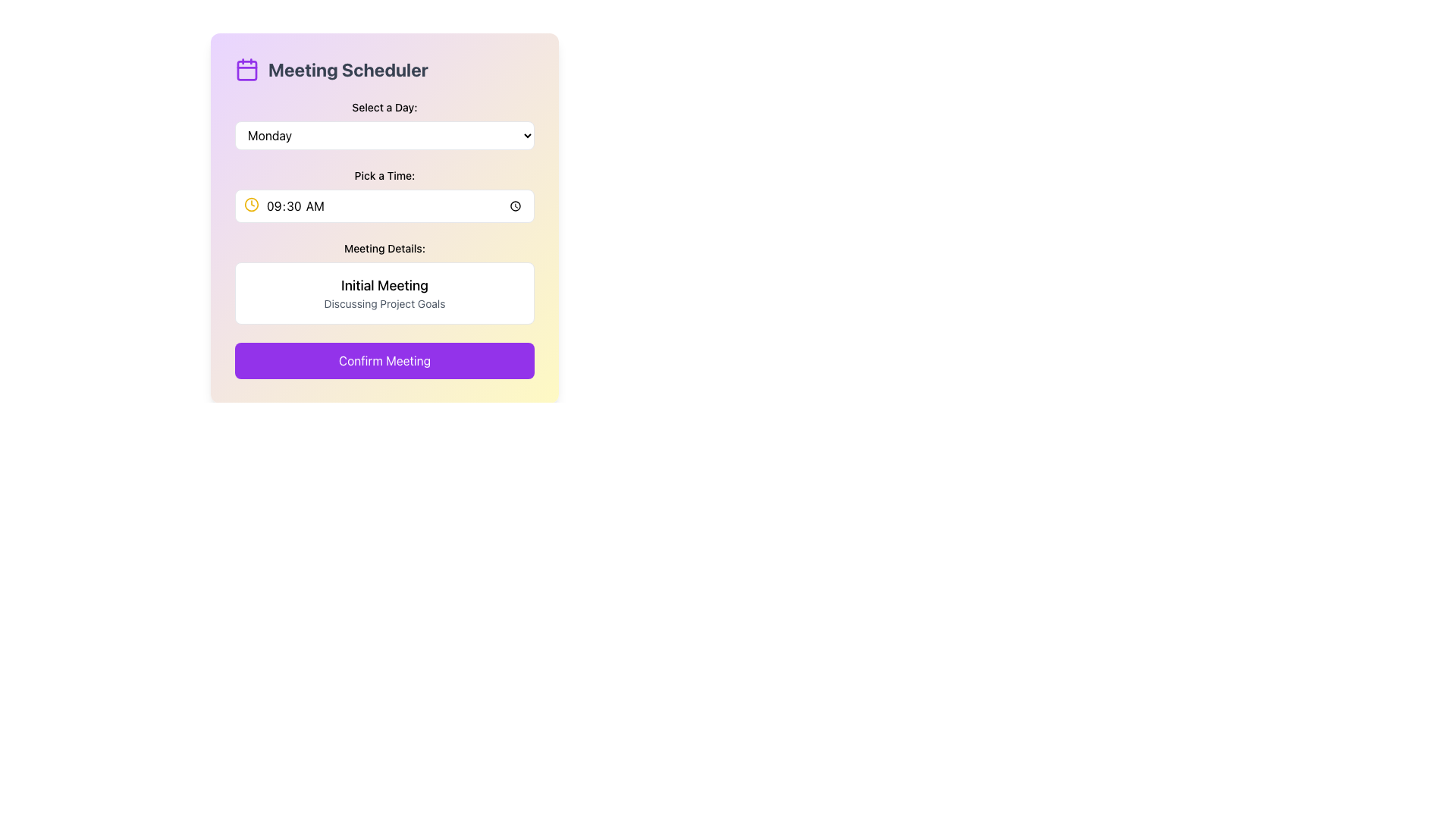 The height and width of the screenshot is (819, 1456). I want to click on the text display element styled in bold with the content 'Initial Meeting' located within the 'Meeting Details' box, so click(384, 286).